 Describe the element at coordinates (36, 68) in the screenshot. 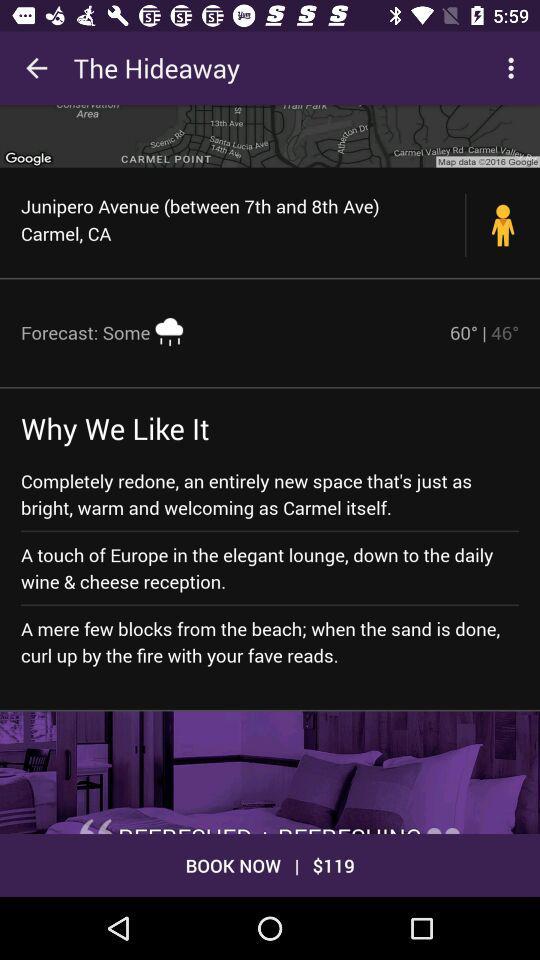

I see `the icon next to the hideaway item` at that location.